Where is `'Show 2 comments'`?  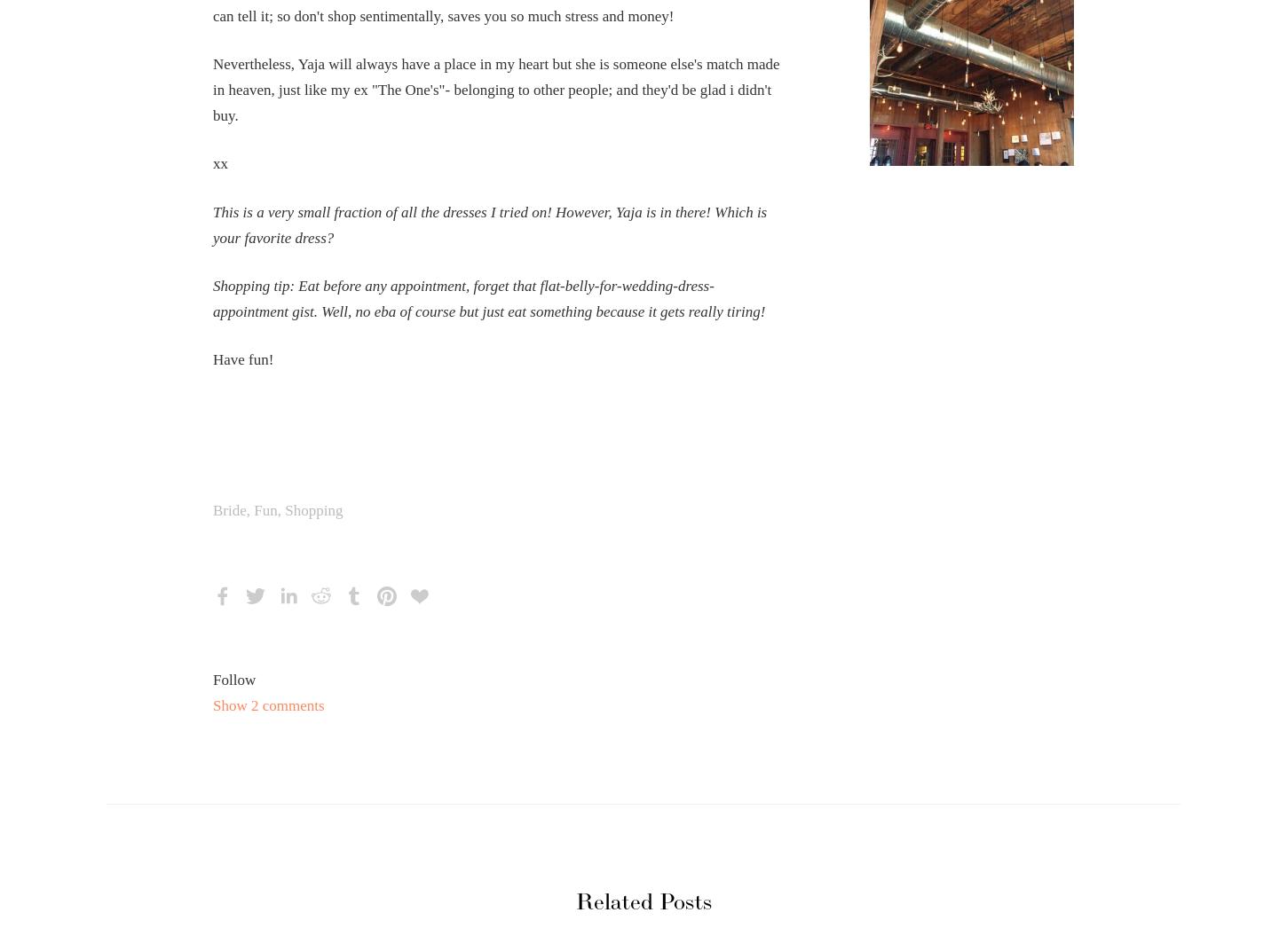
'Show 2 comments' is located at coordinates (268, 705).